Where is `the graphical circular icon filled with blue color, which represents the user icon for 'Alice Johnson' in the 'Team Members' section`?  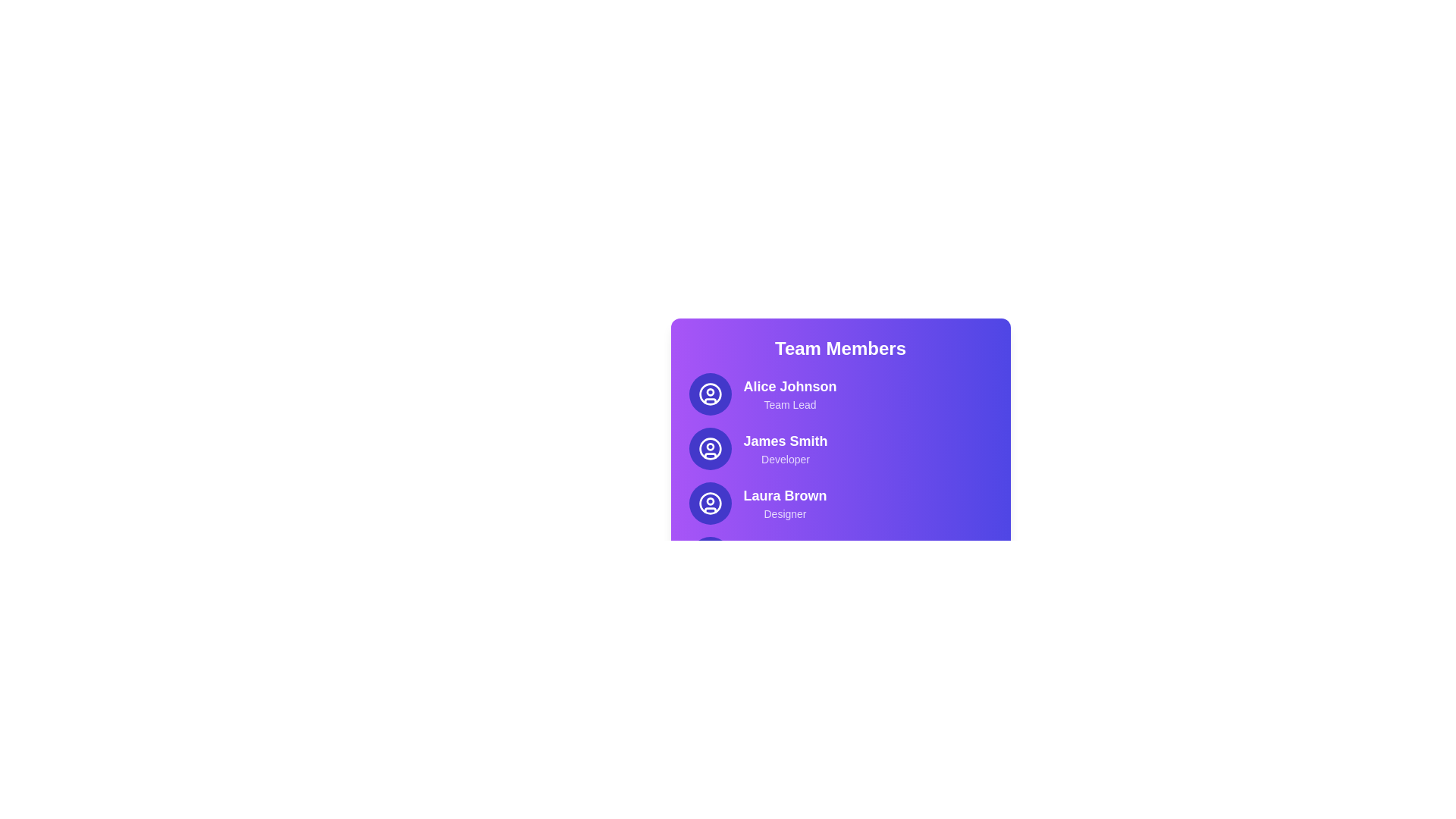 the graphical circular icon filled with blue color, which represents the user icon for 'Alice Johnson' in the 'Team Members' section is located at coordinates (709, 394).